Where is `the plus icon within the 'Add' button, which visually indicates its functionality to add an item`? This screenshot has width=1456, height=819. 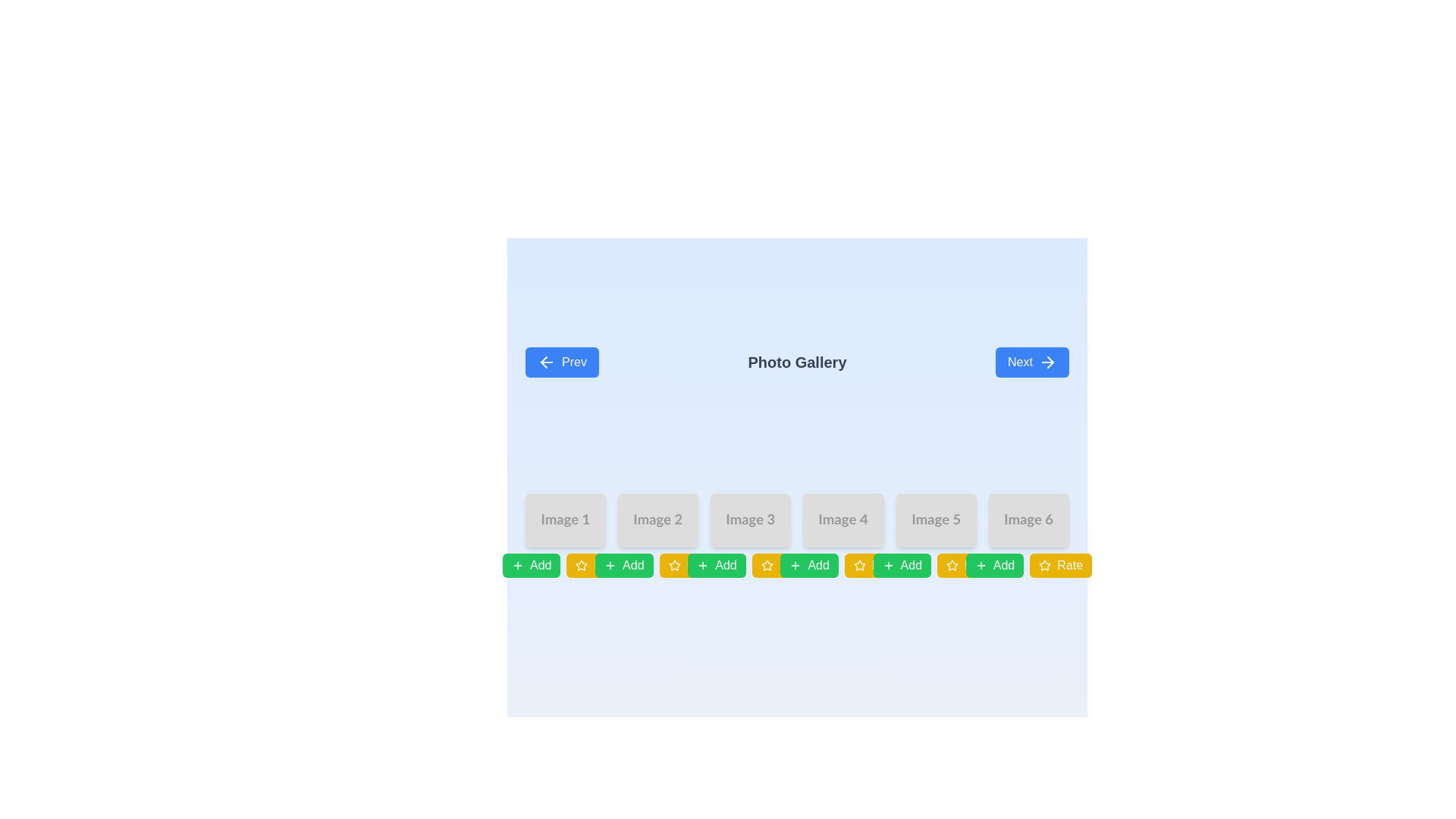 the plus icon within the 'Add' button, which visually indicates its functionality to add an item is located at coordinates (610, 565).